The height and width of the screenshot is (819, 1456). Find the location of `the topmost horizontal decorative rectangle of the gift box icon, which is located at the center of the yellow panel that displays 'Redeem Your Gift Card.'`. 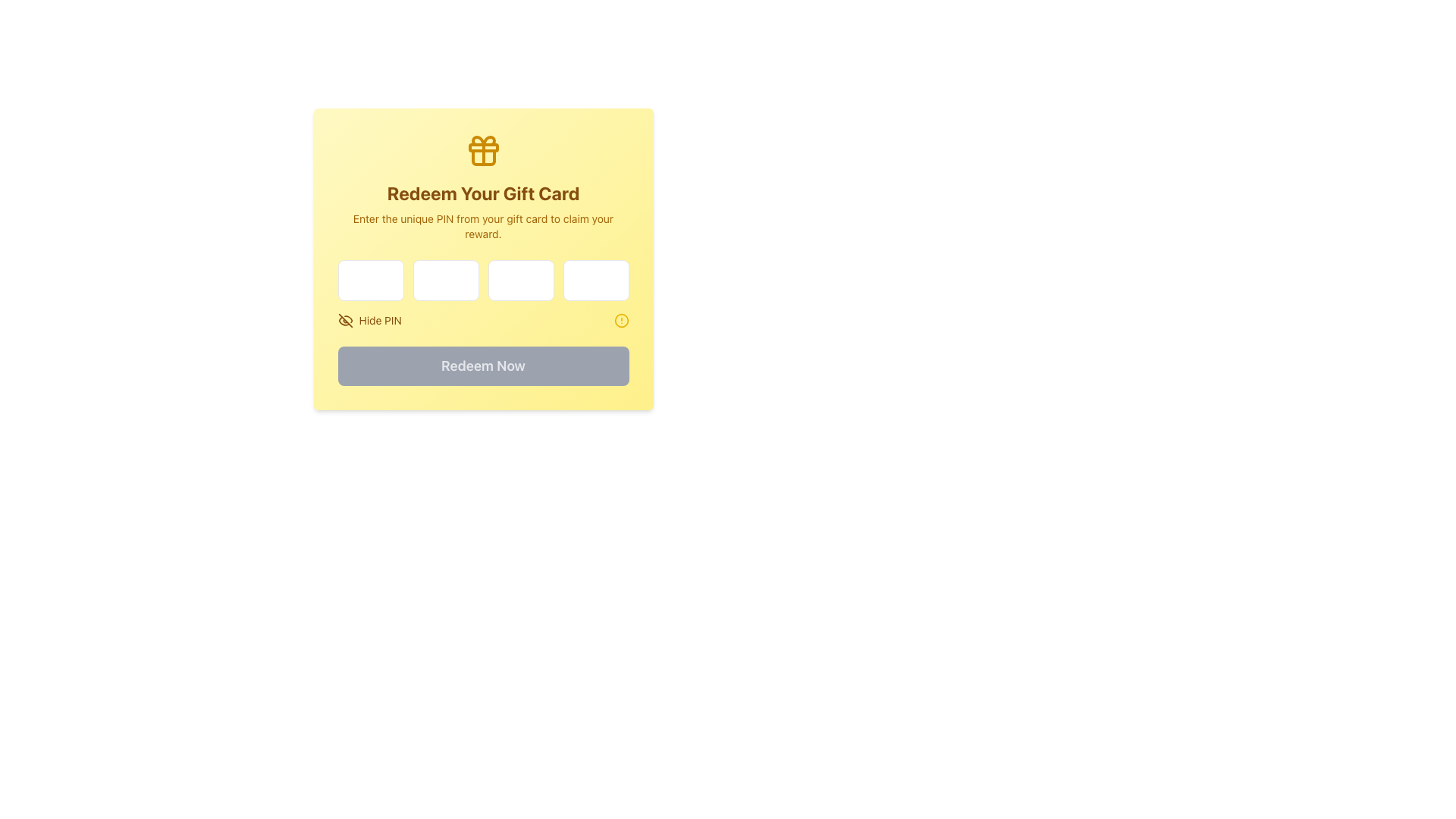

the topmost horizontal decorative rectangle of the gift box icon, which is located at the center of the yellow panel that displays 'Redeem Your Gift Card.' is located at coordinates (482, 148).